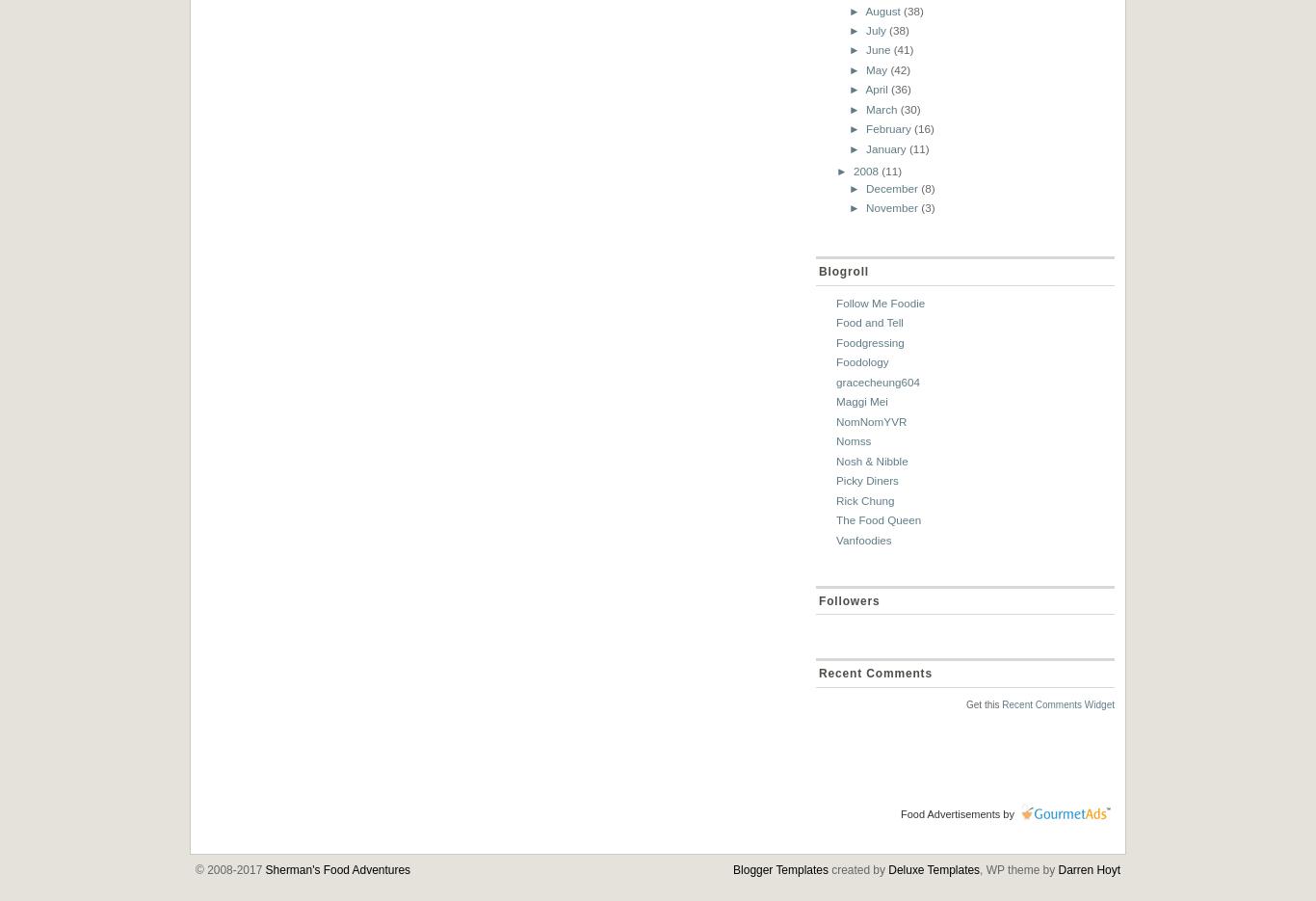 Image resolution: width=1316 pixels, height=901 pixels. What do you see at coordinates (928, 207) in the screenshot?
I see `'(3)'` at bounding box center [928, 207].